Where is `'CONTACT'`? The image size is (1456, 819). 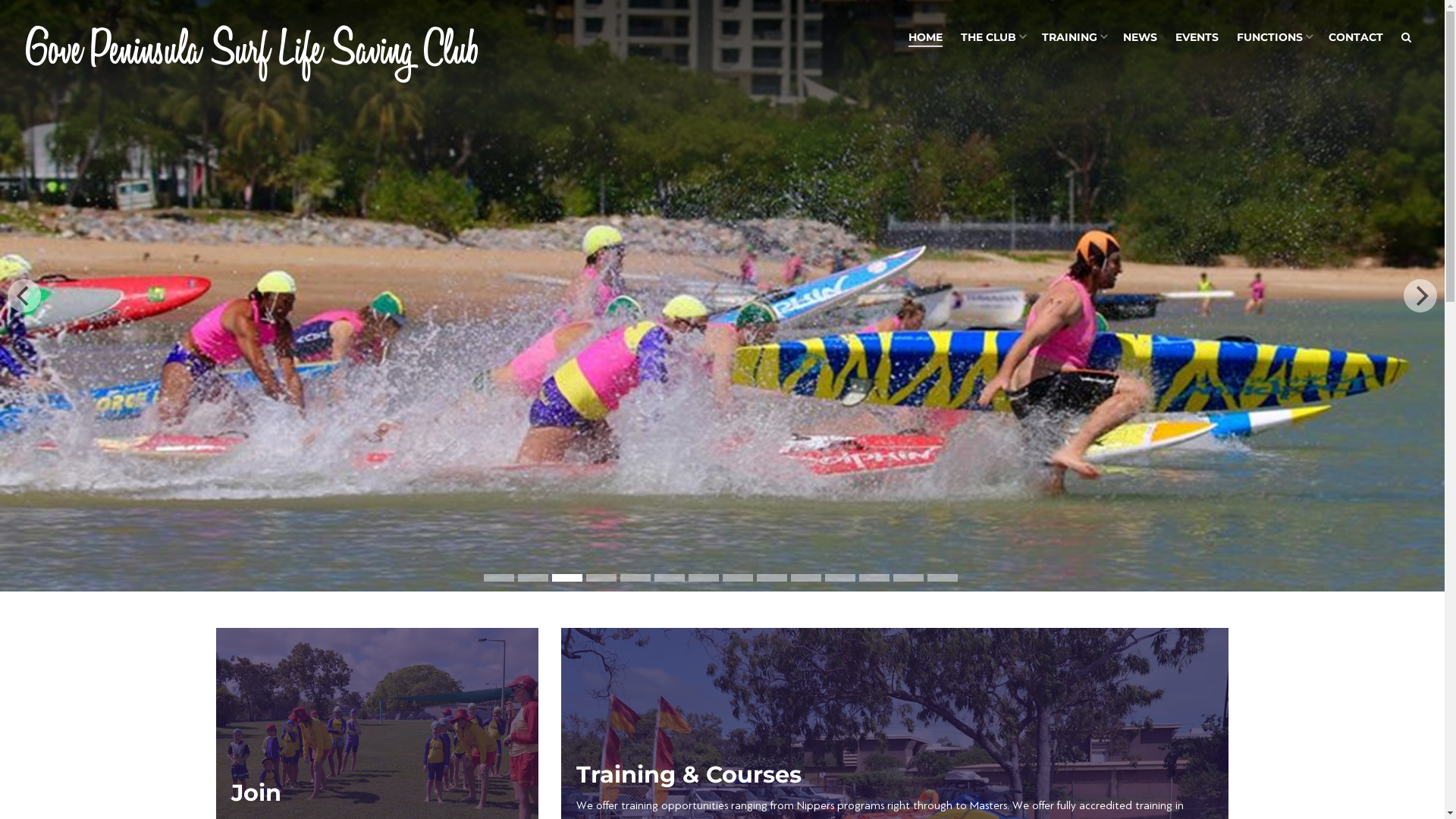
'CONTACT' is located at coordinates (1356, 36).